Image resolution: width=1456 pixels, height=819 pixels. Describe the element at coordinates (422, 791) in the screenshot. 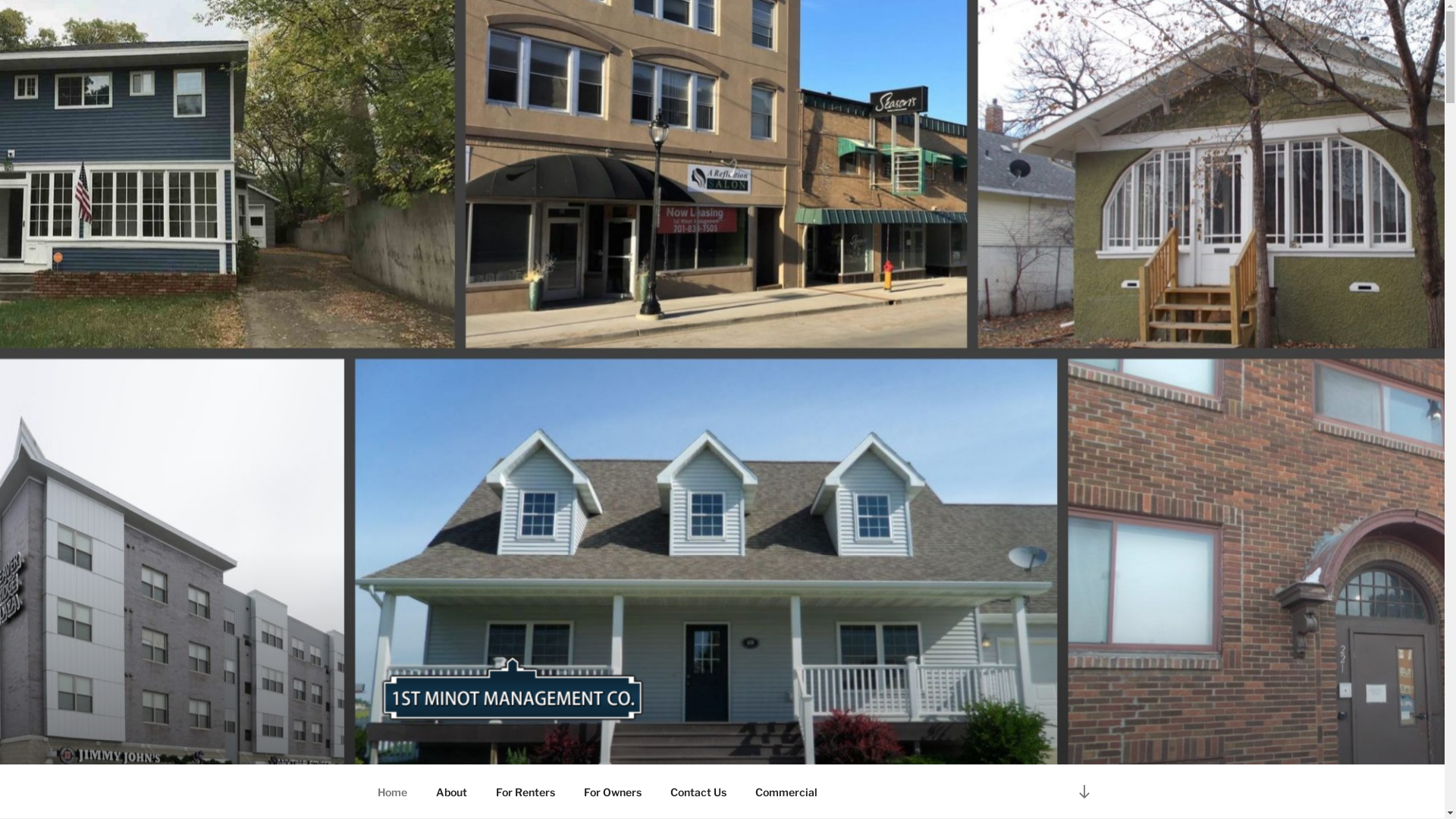

I see `'About'` at that location.